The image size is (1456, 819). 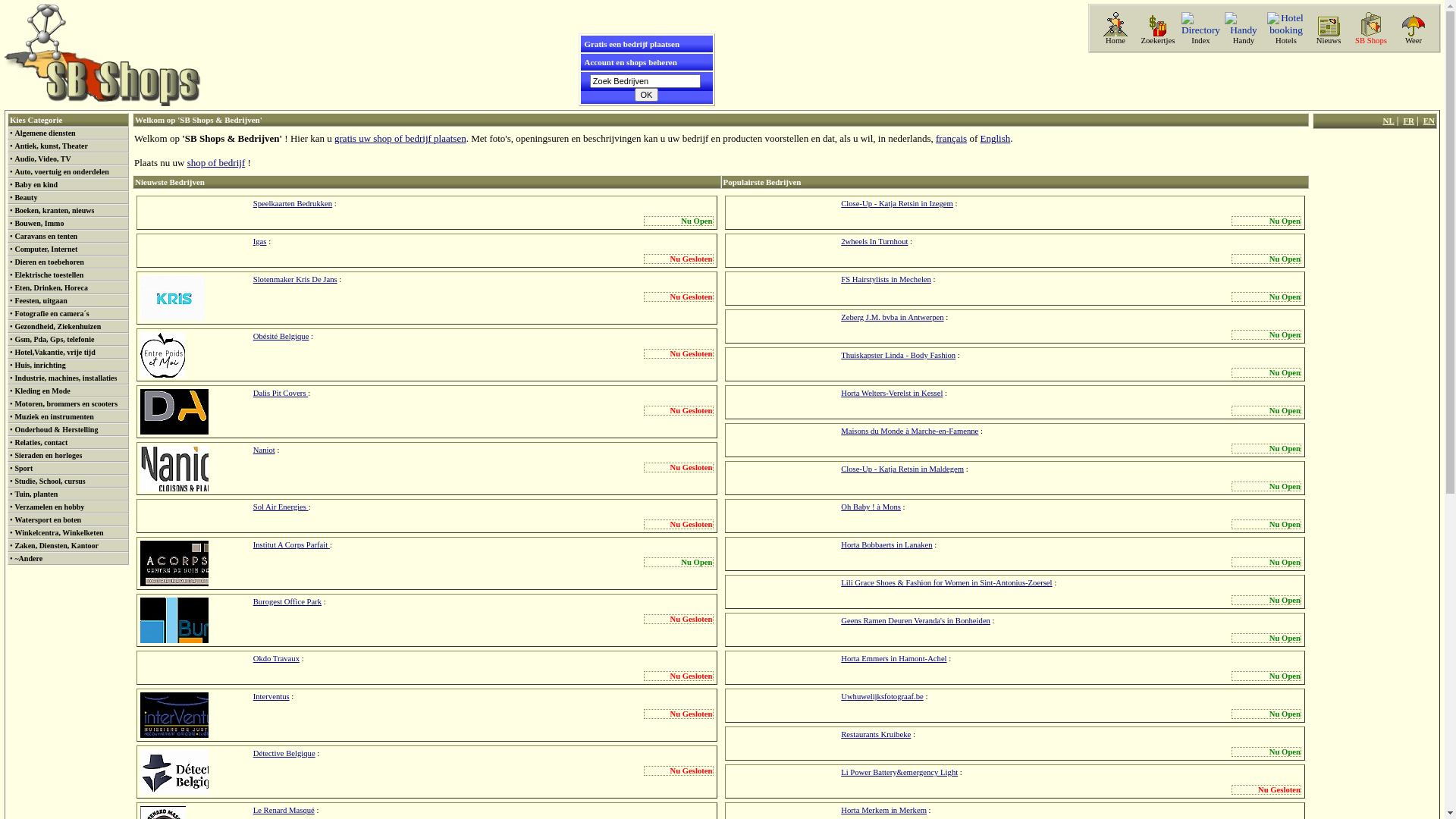 What do you see at coordinates (49, 261) in the screenshot?
I see `'Dieren en toebehoren'` at bounding box center [49, 261].